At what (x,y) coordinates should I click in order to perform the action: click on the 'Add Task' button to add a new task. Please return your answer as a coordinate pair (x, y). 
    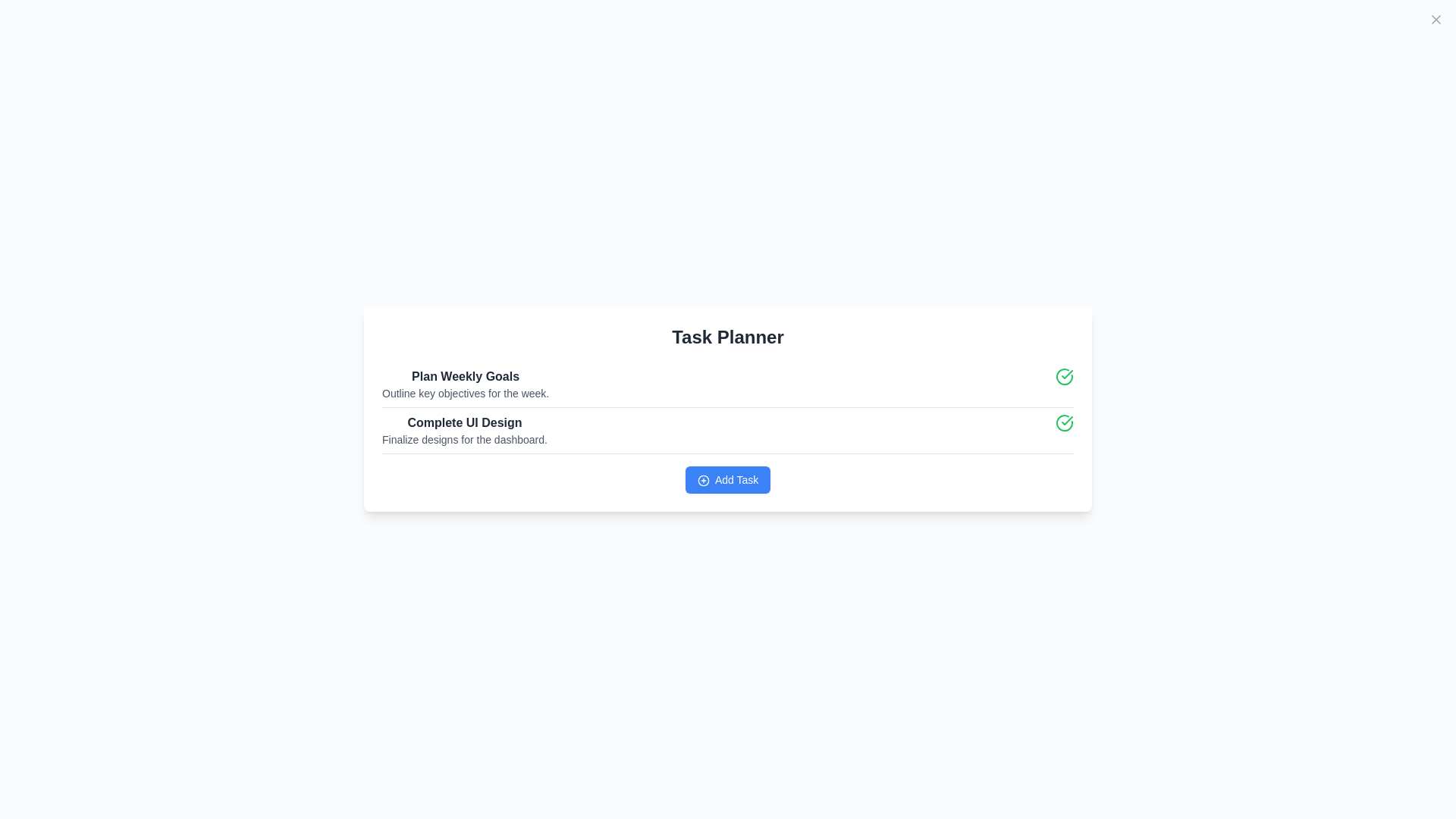
    Looking at the image, I should click on (728, 479).